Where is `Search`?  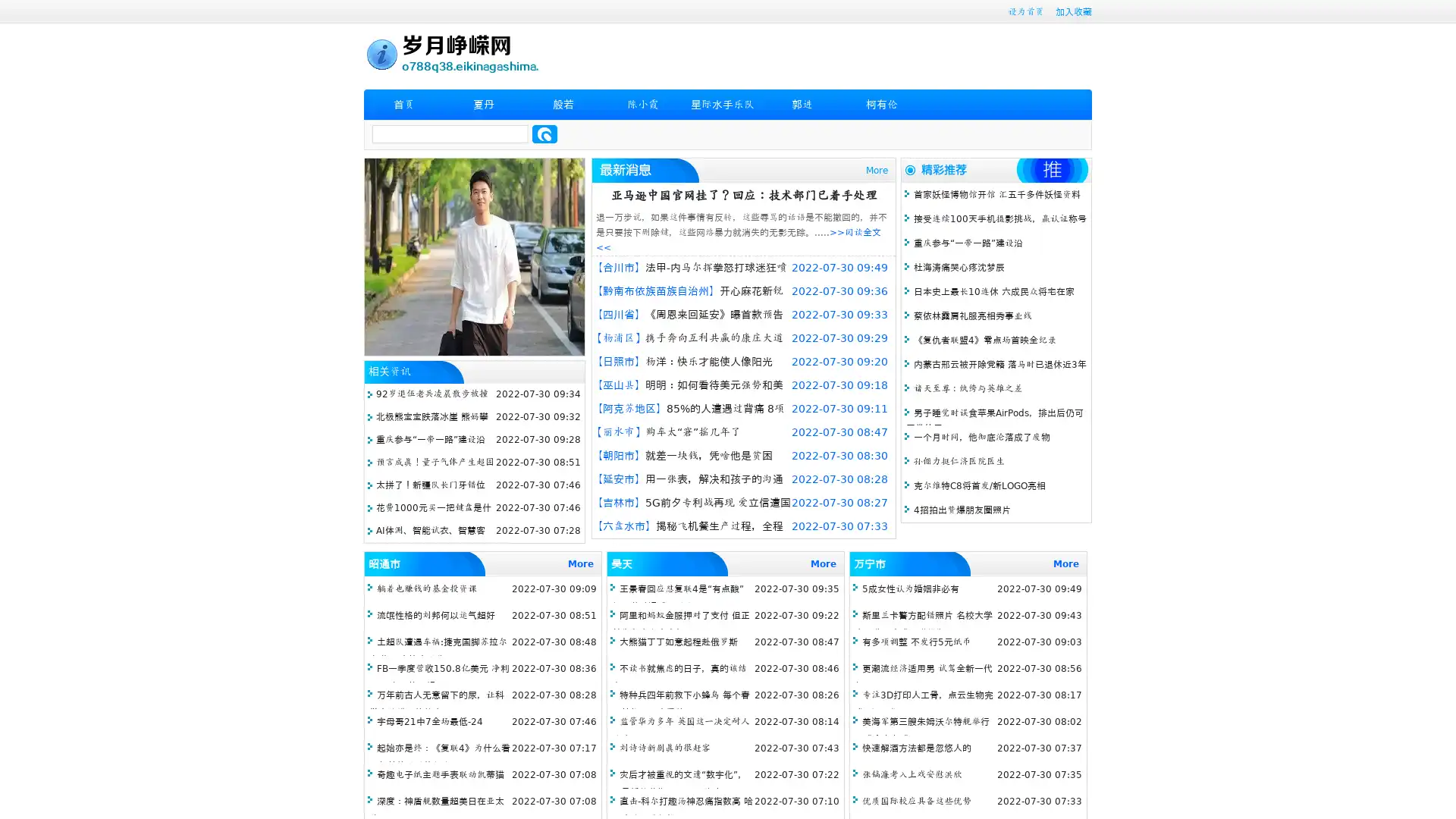 Search is located at coordinates (544, 133).